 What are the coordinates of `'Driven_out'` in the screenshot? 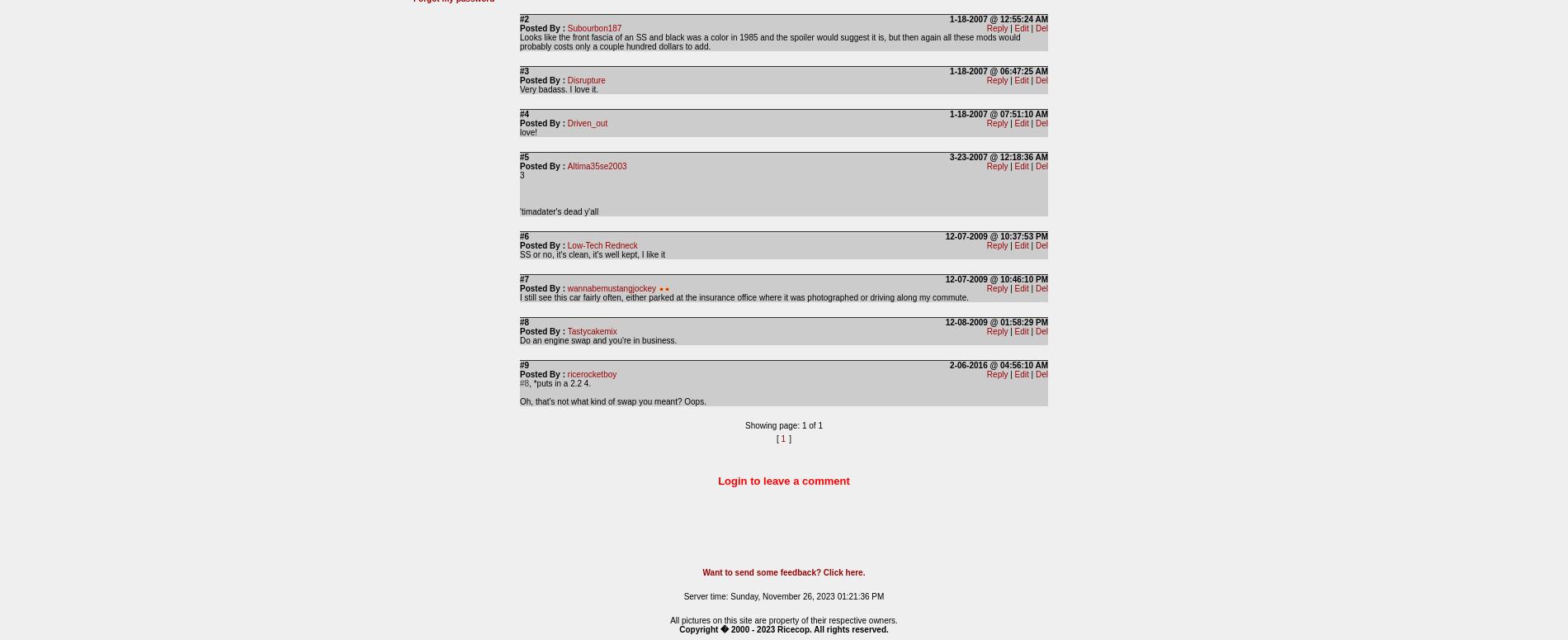 It's located at (567, 122).